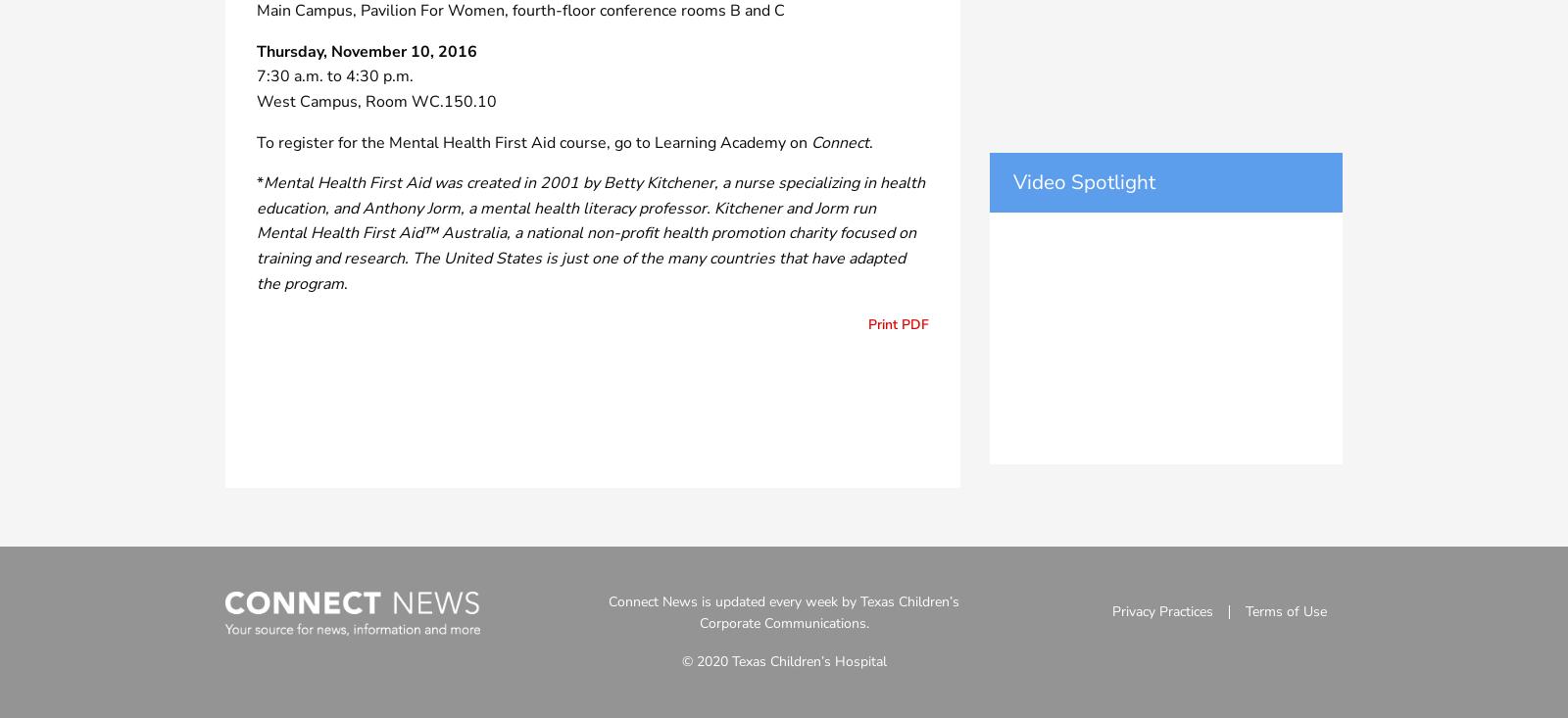  What do you see at coordinates (519, 9) in the screenshot?
I see `'Main Campus, Pavilion For Women, fourth-floor conference rooms B and C'` at bounding box center [519, 9].